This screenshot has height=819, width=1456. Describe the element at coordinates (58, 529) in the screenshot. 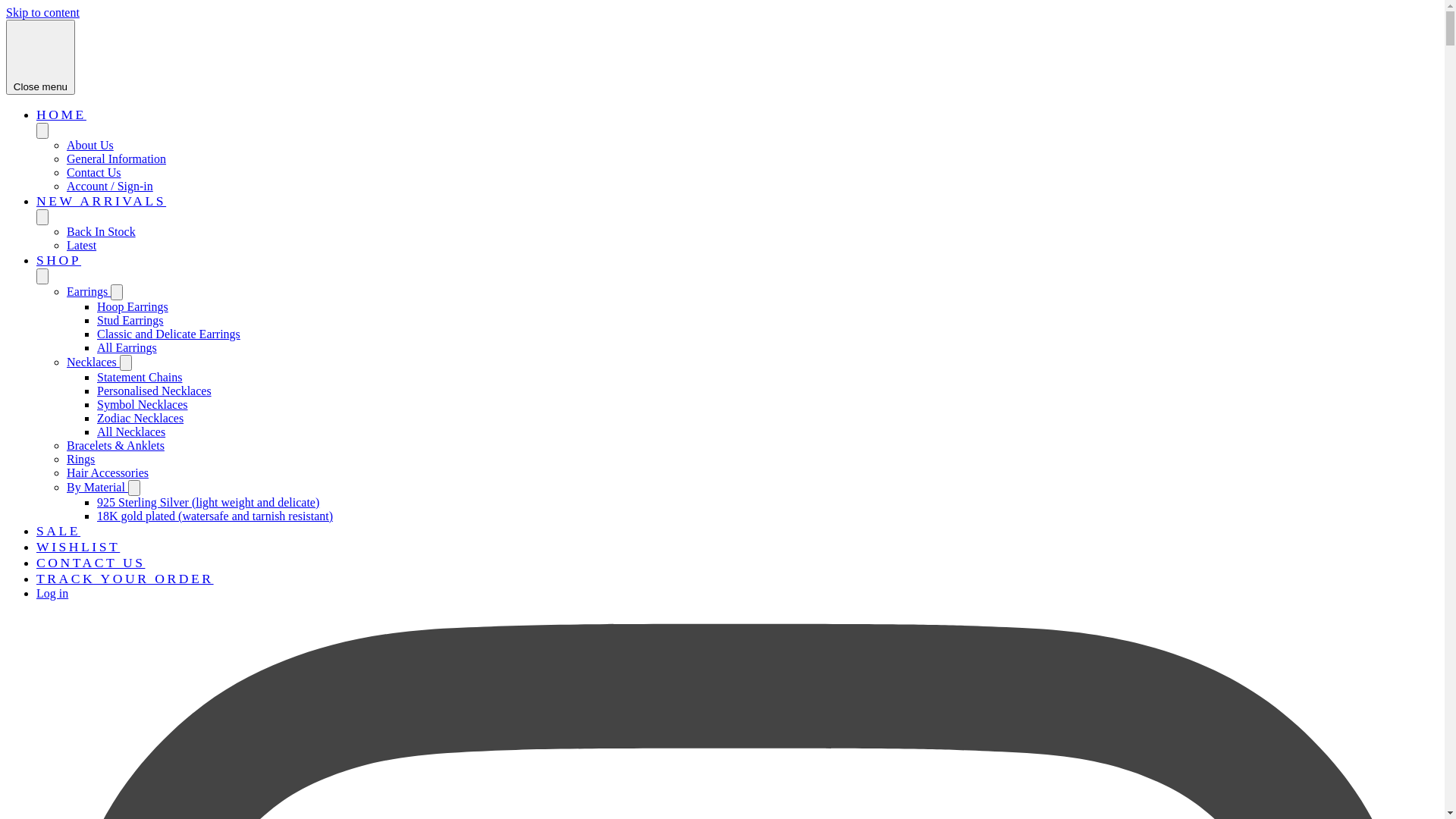

I see `'SALE'` at that location.